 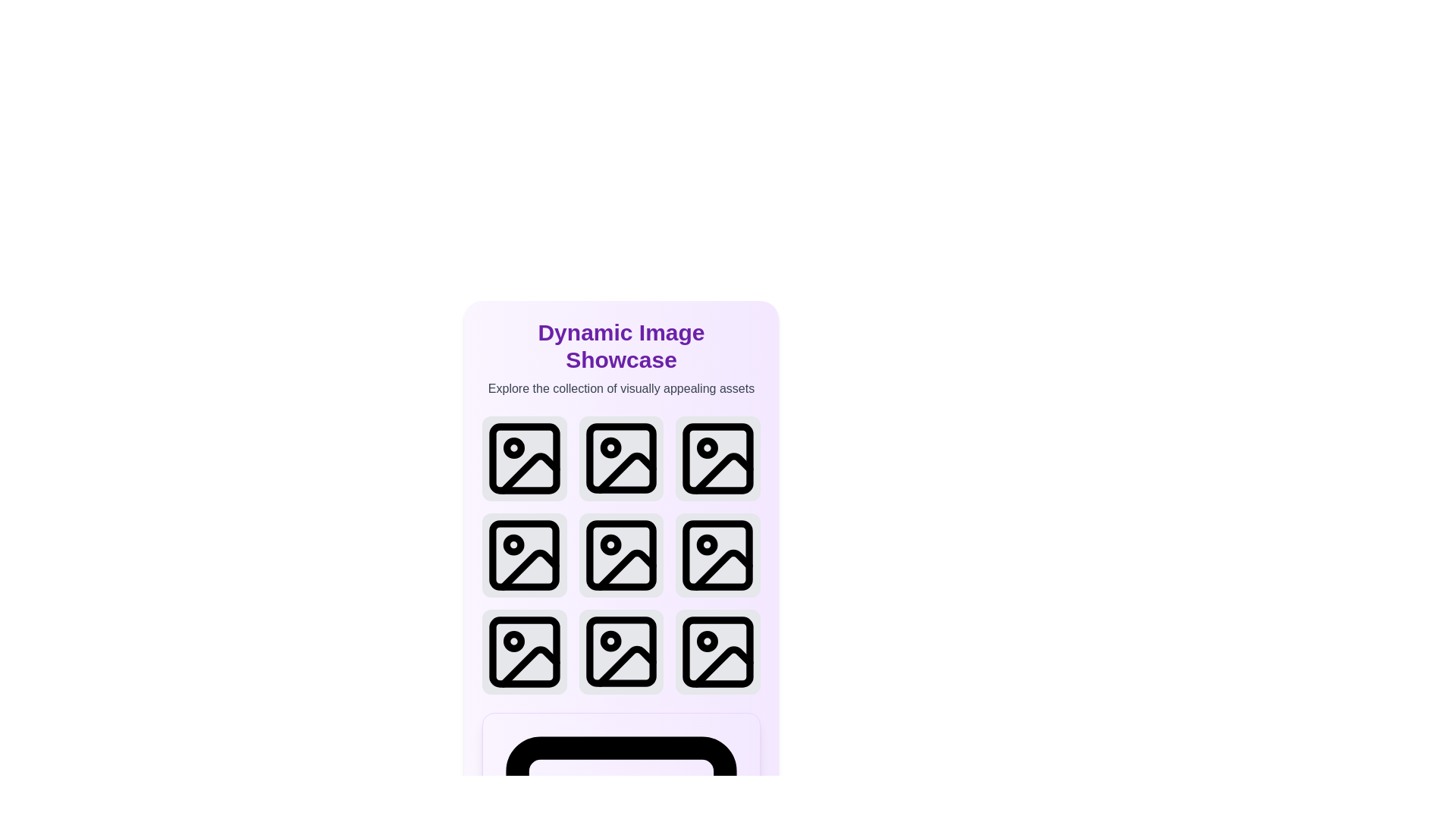 What do you see at coordinates (621, 555) in the screenshot?
I see `the rectangle located in the top-left corner of the middle square image icon in the second row of a 3x3 grid` at bounding box center [621, 555].